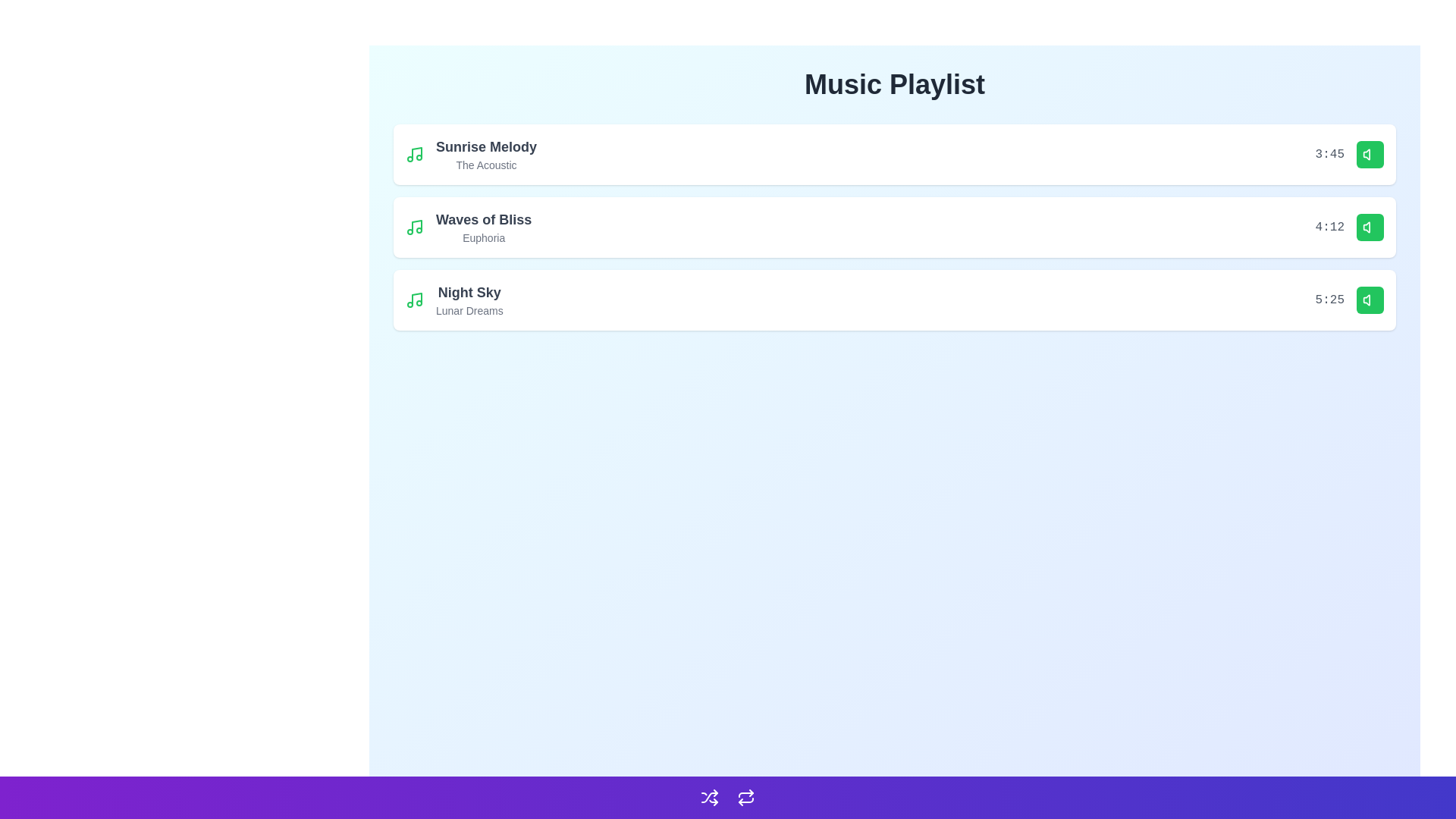 This screenshot has width=1456, height=819. What do you see at coordinates (417, 153) in the screenshot?
I see `the decorative part of the music note icon that precedes the first list item titled 'Sunrise Melody' in the playlist` at bounding box center [417, 153].